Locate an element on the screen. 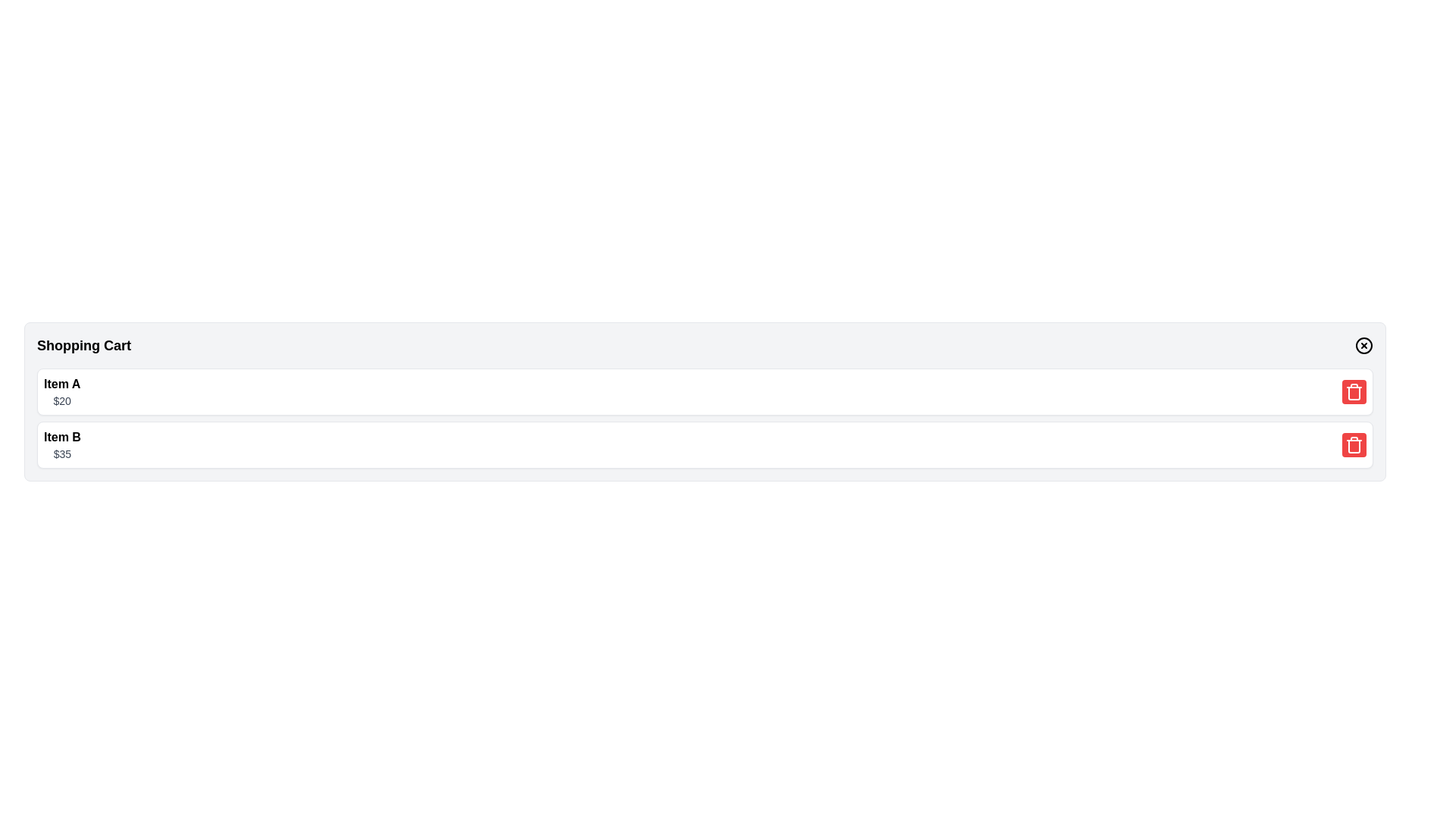 Image resolution: width=1456 pixels, height=819 pixels. text from the first item entry in the shopping cart interface, which displays the item's name and price information is located at coordinates (61, 391).